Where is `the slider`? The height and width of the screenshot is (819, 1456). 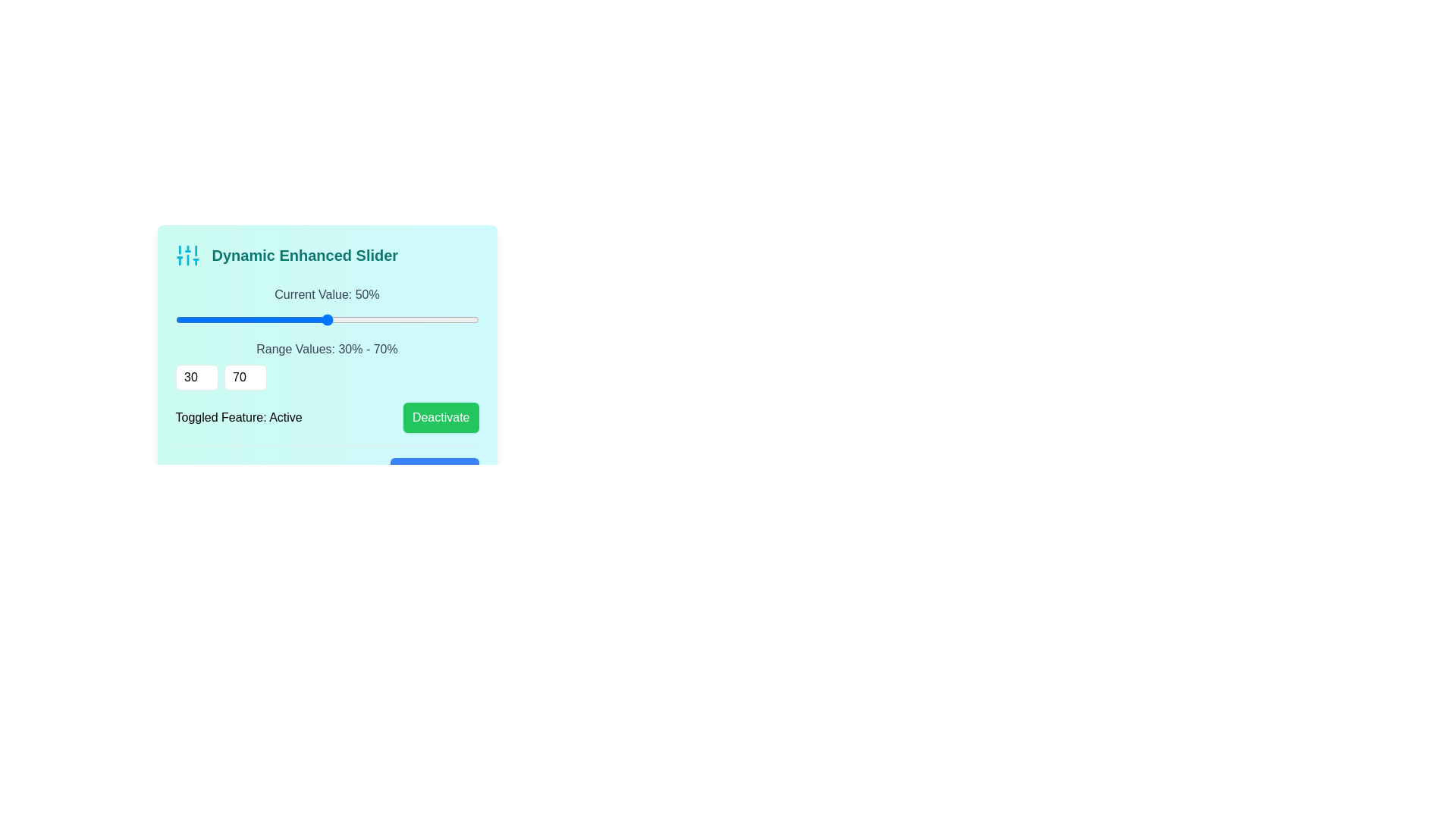 the slider is located at coordinates (289, 318).